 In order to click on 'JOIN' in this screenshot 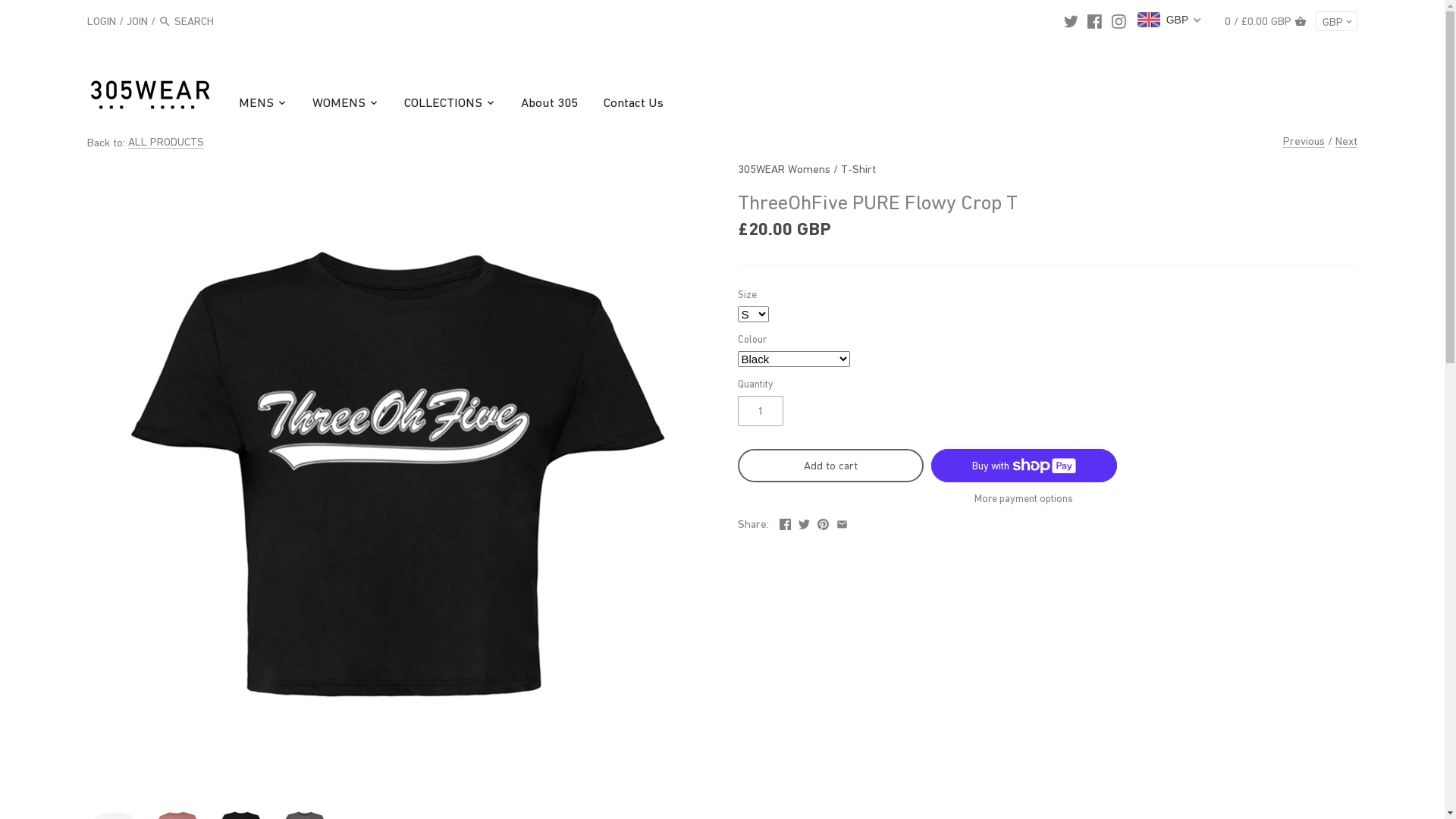, I will do `click(137, 20)`.